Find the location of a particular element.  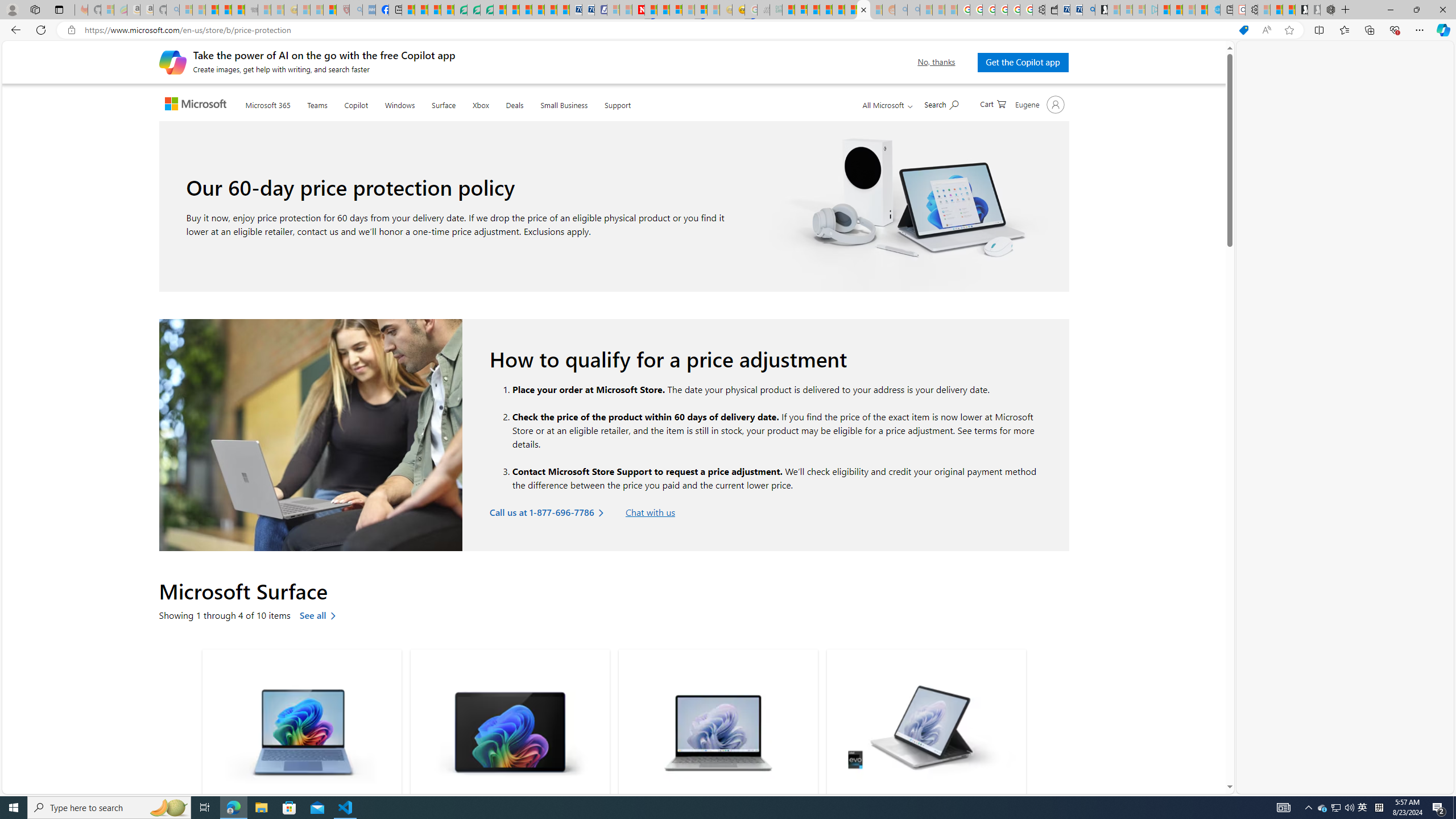

'Support' is located at coordinates (617, 103).